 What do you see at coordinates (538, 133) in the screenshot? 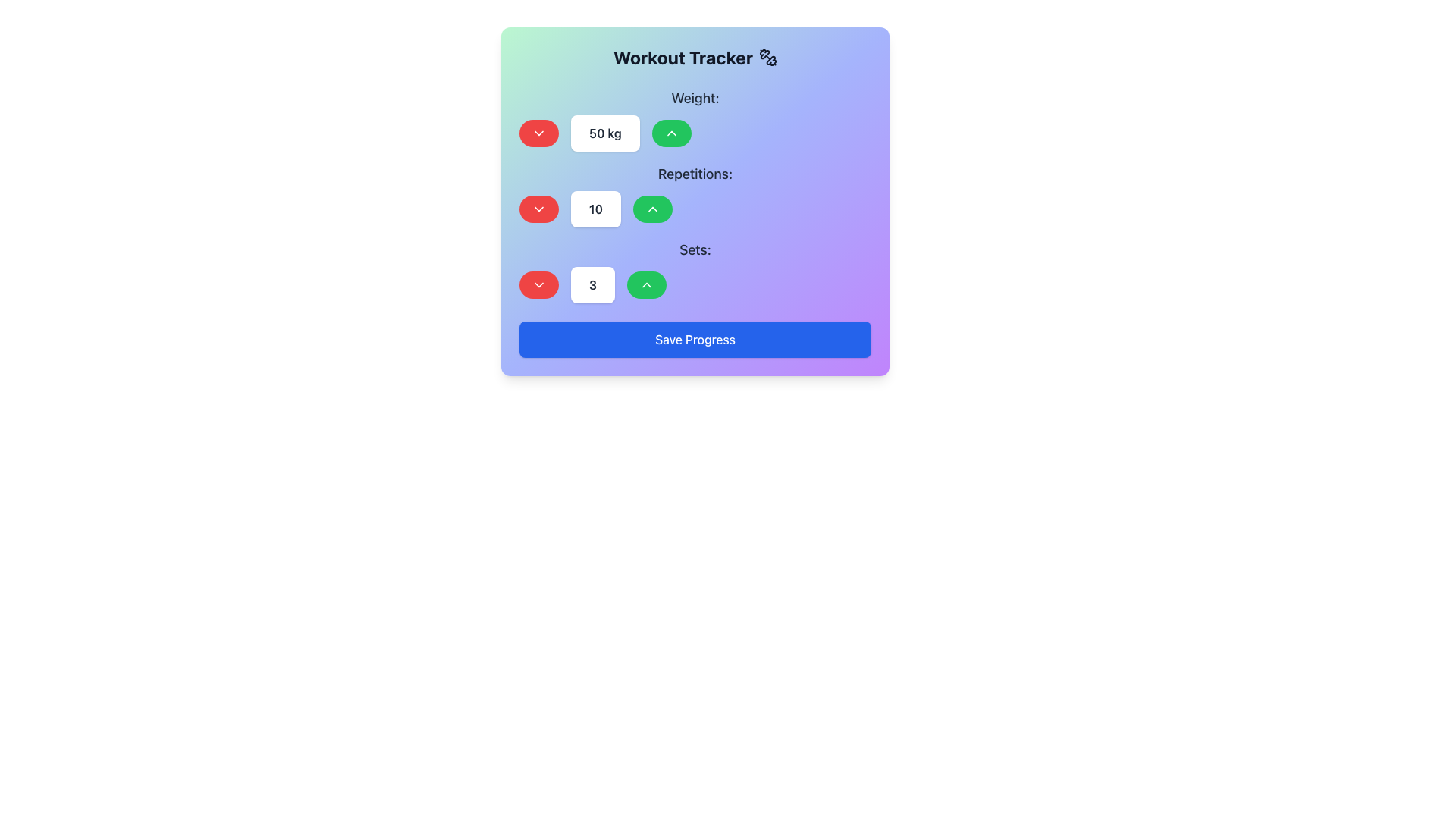
I see `the leftmost red pill-shaped button with a downward-pointing chevron icon to decrease the weight above the text '50 kg'` at bounding box center [538, 133].